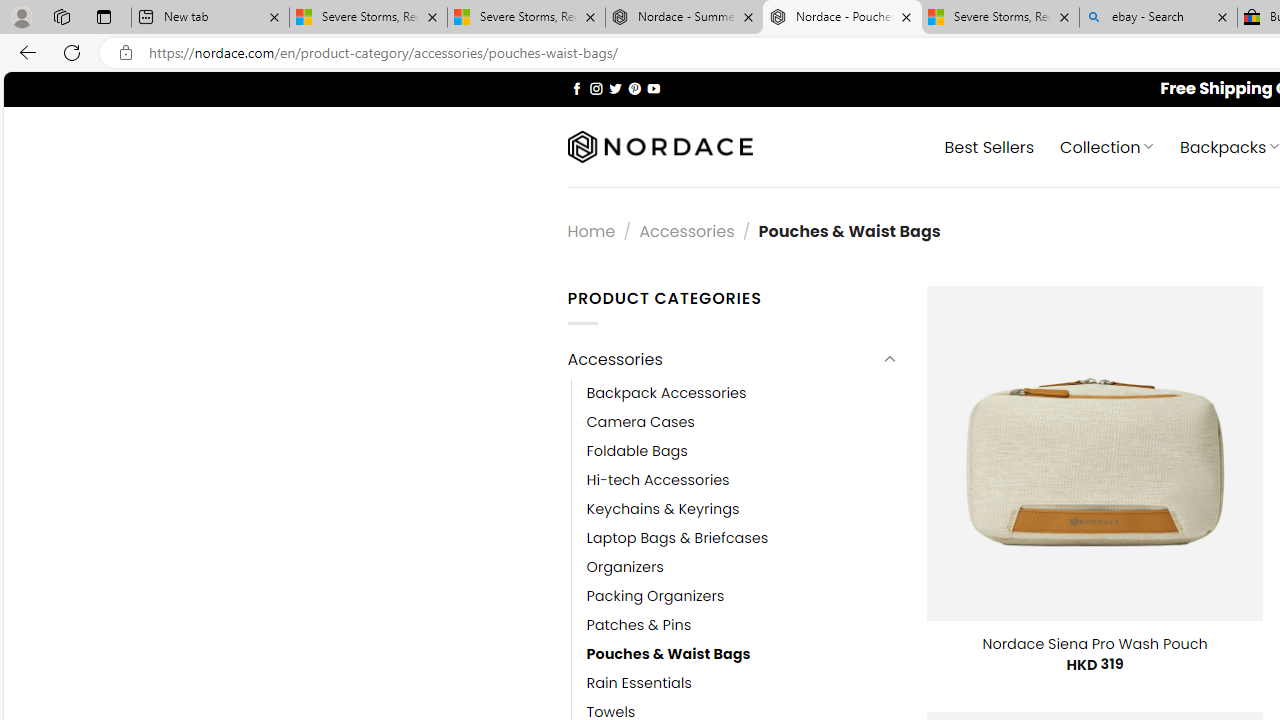  I want to click on 'Foldable Bags', so click(636, 451).